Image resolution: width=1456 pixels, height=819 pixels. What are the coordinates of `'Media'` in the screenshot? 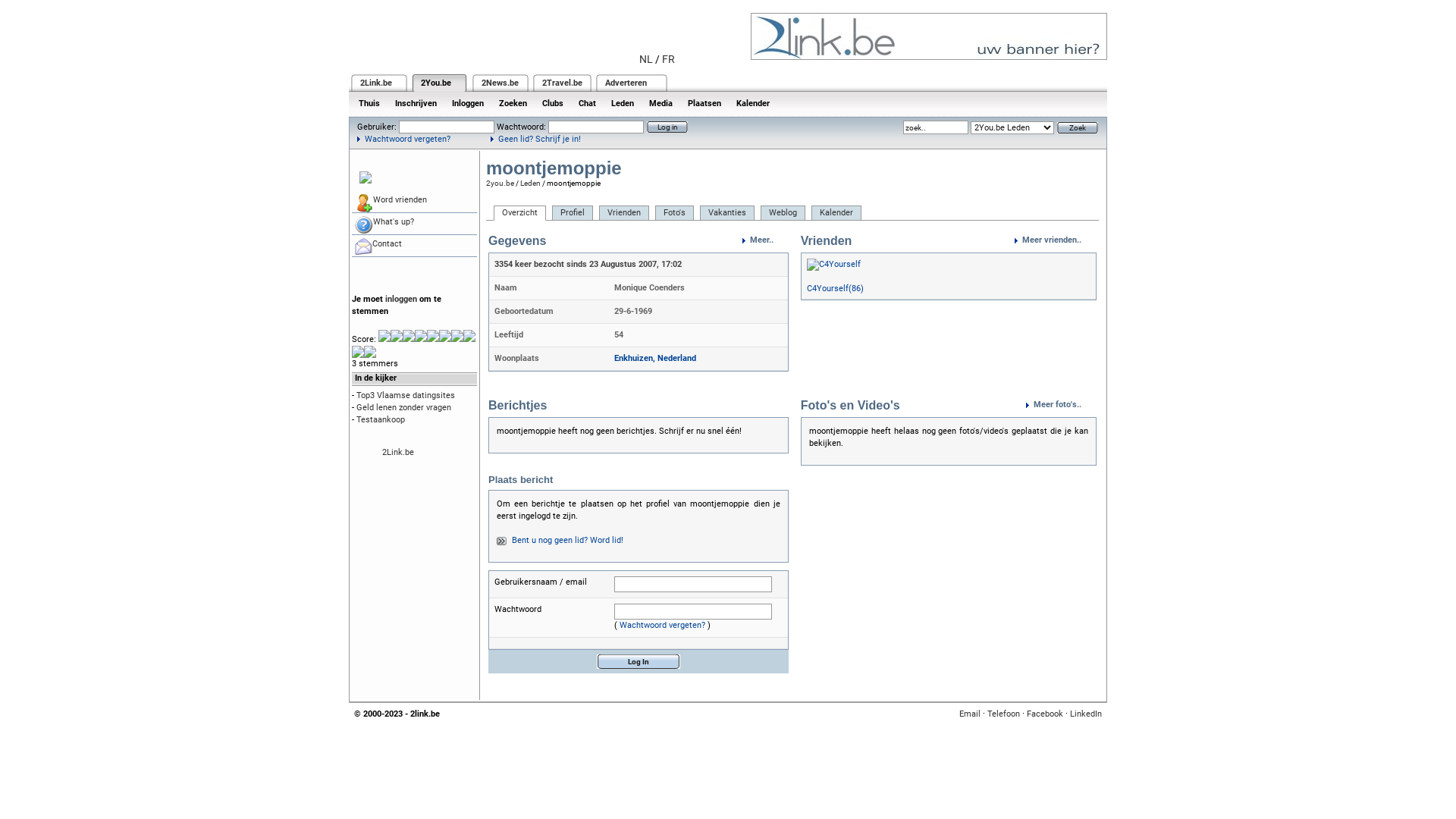 It's located at (661, 102).